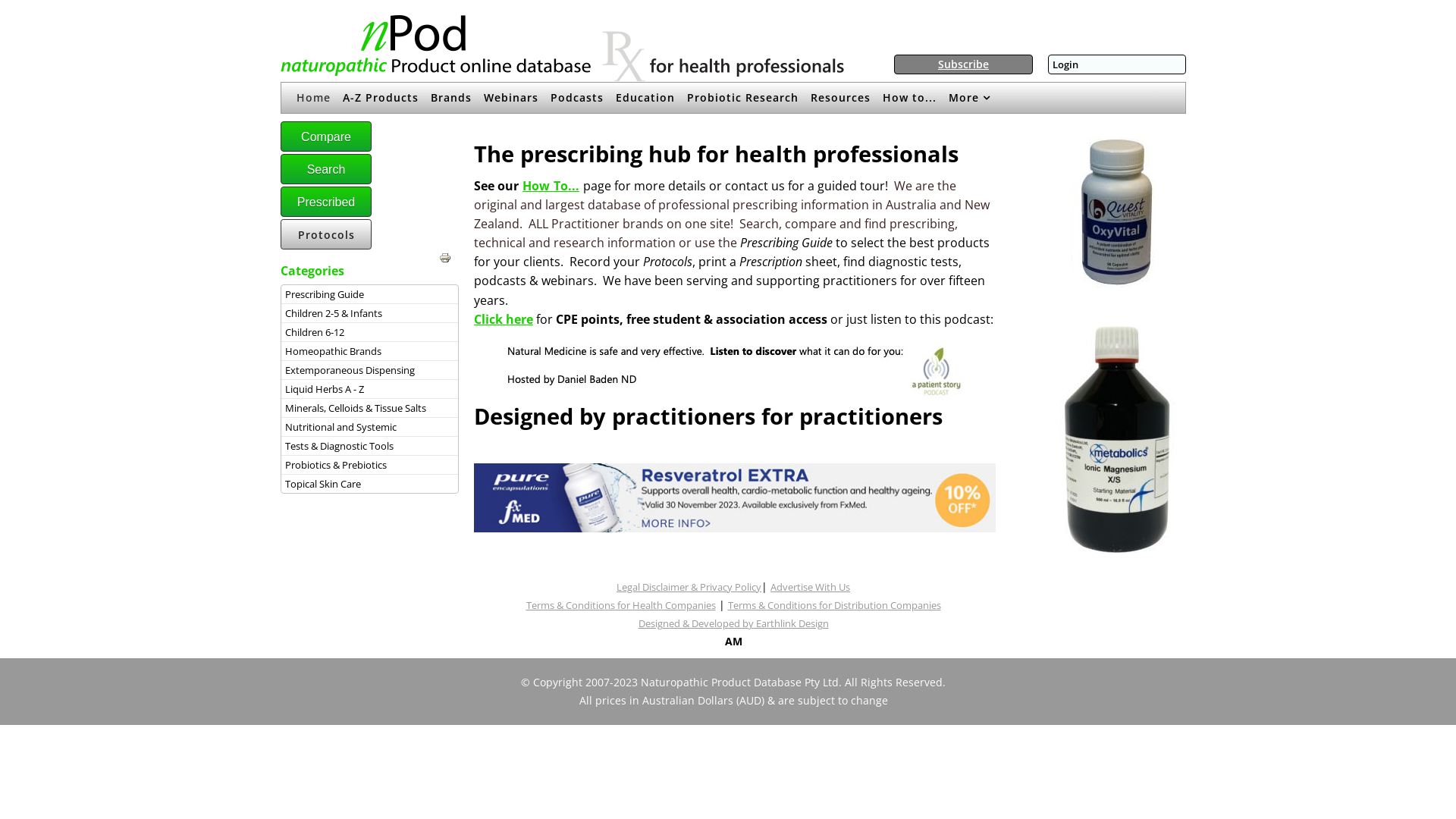  I want to click on 'Nutritional and Systemic', so click(369, 427).